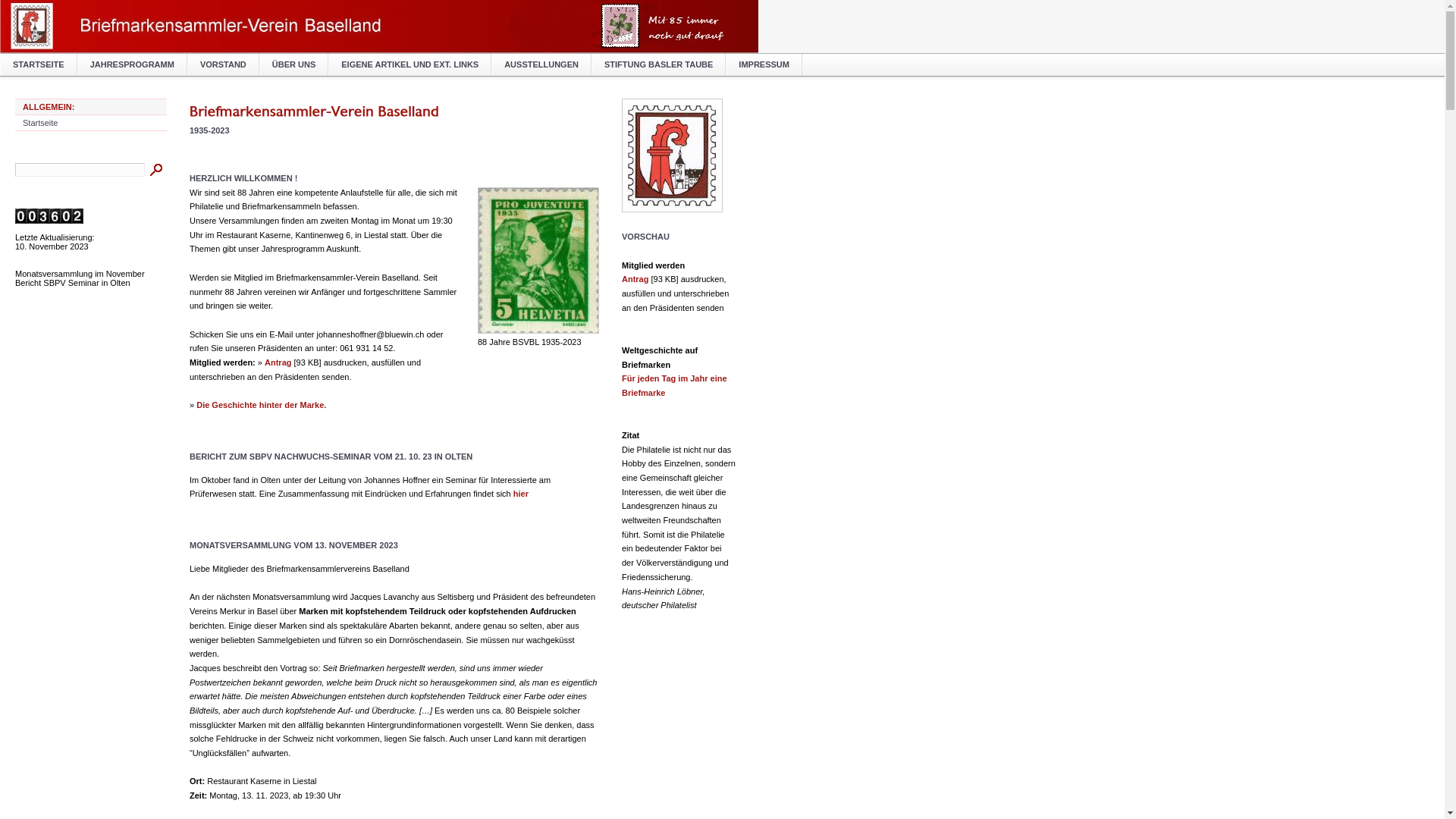  Describe the element at coordinates (541, 64) in the screenshot. I see `'AUSSTELLUNGEN'` at that location.